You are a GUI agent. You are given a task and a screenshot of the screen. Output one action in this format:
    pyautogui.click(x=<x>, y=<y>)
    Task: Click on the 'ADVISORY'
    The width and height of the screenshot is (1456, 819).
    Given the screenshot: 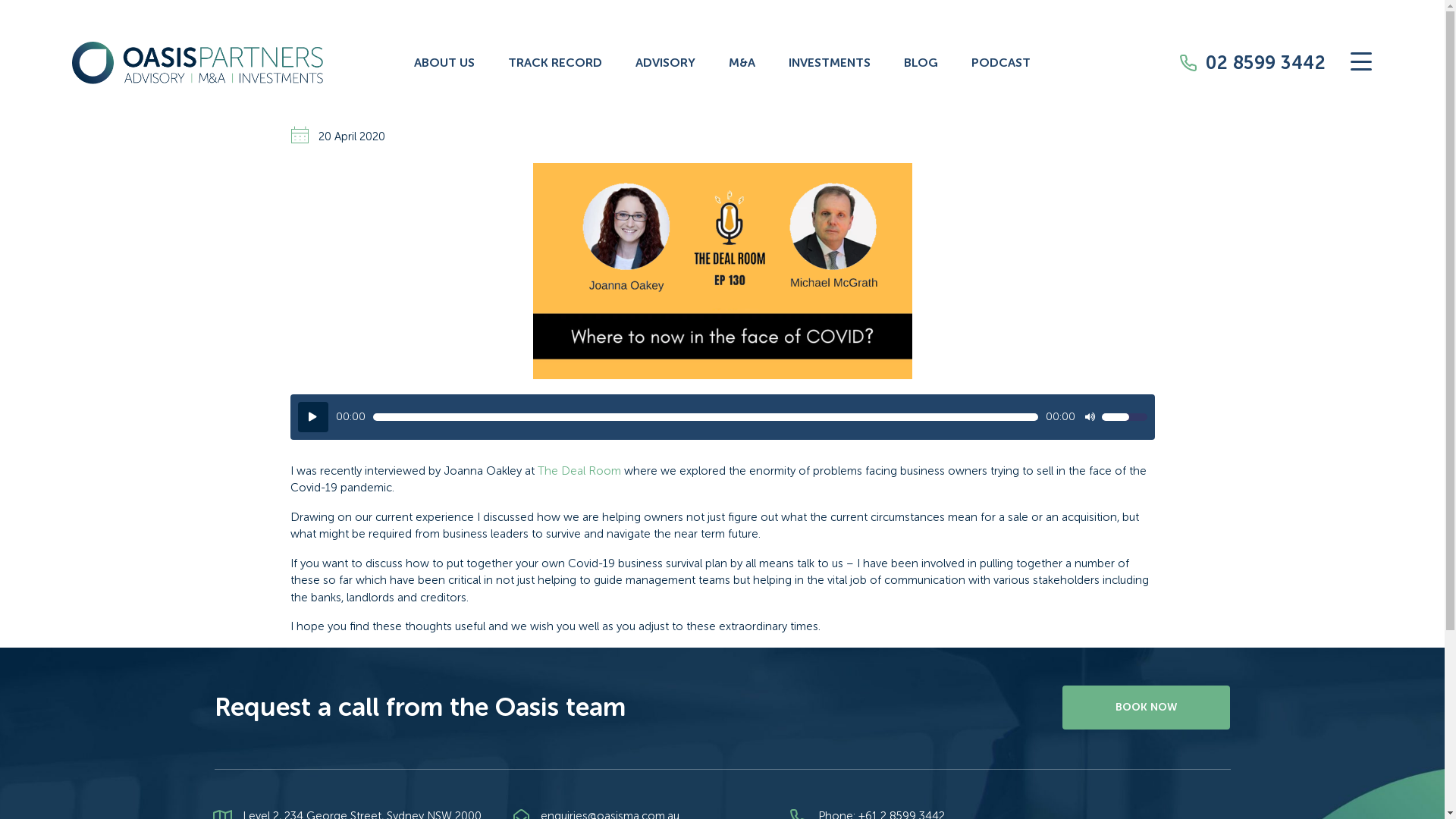 What is the action you would take?
    pyautogui.click(x=665, y=62)
    